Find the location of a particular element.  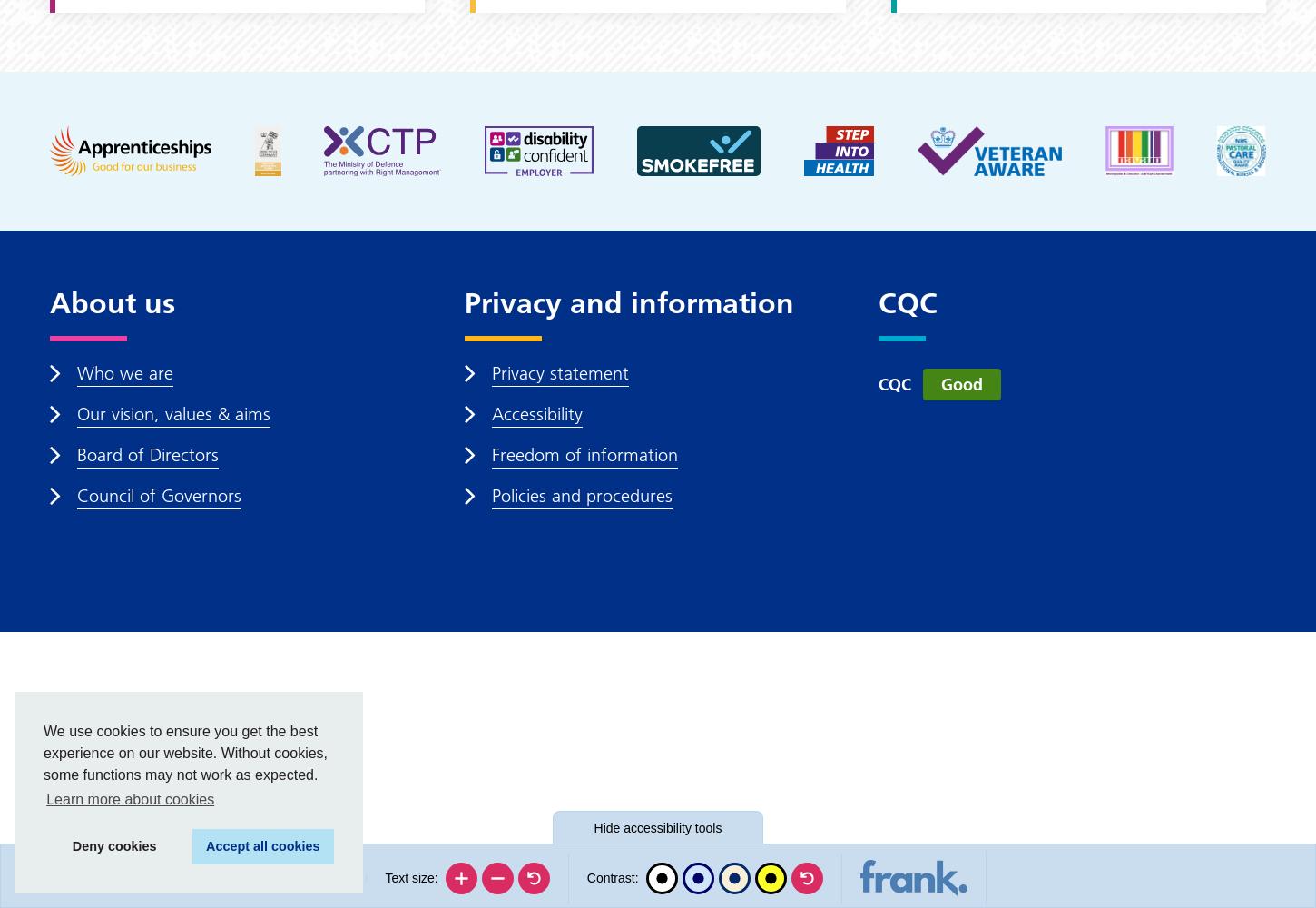

'accessibility tools' is located at coordinates (672, 828).